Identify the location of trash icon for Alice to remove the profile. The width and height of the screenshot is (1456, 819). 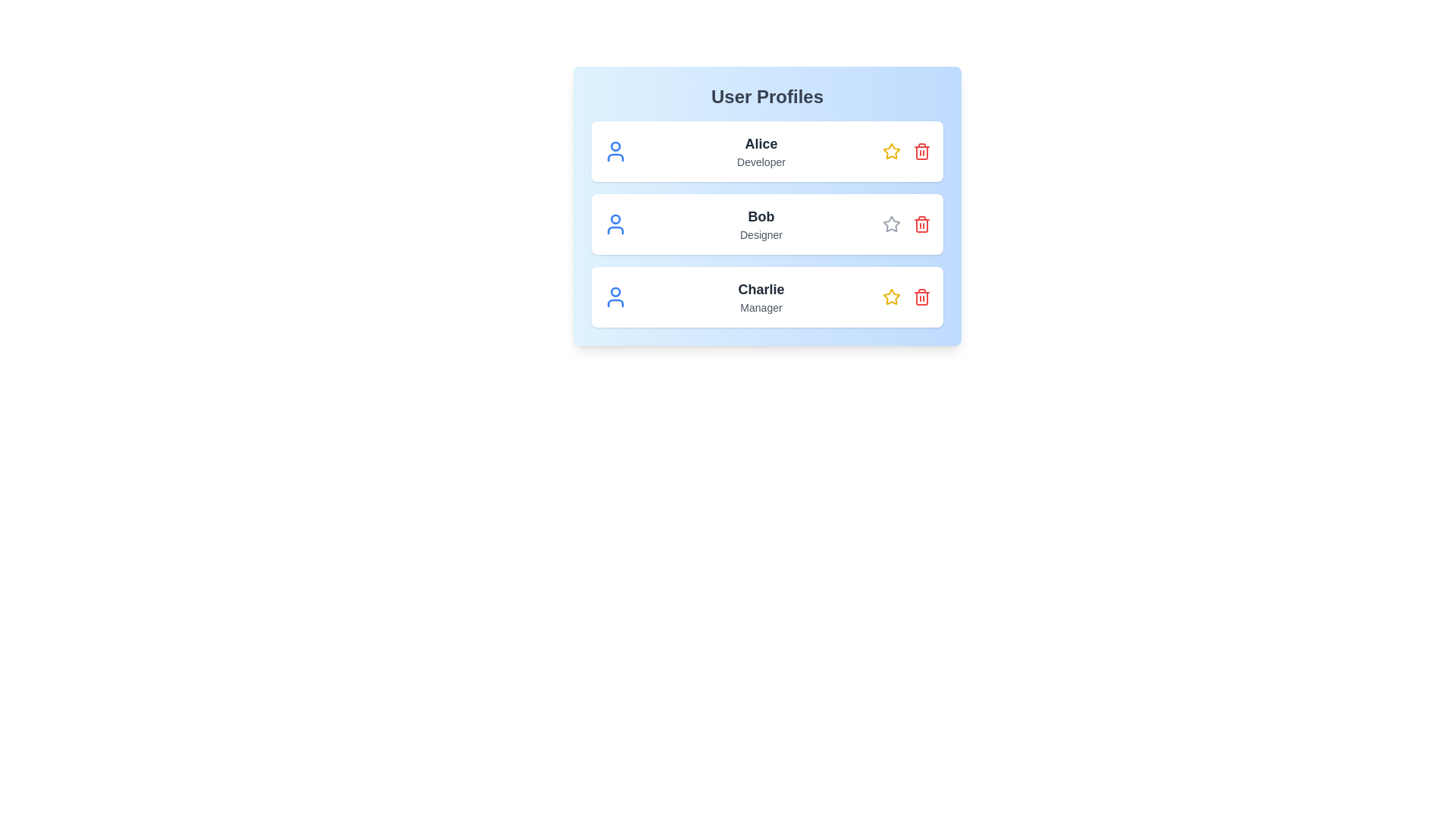
(921, 152).